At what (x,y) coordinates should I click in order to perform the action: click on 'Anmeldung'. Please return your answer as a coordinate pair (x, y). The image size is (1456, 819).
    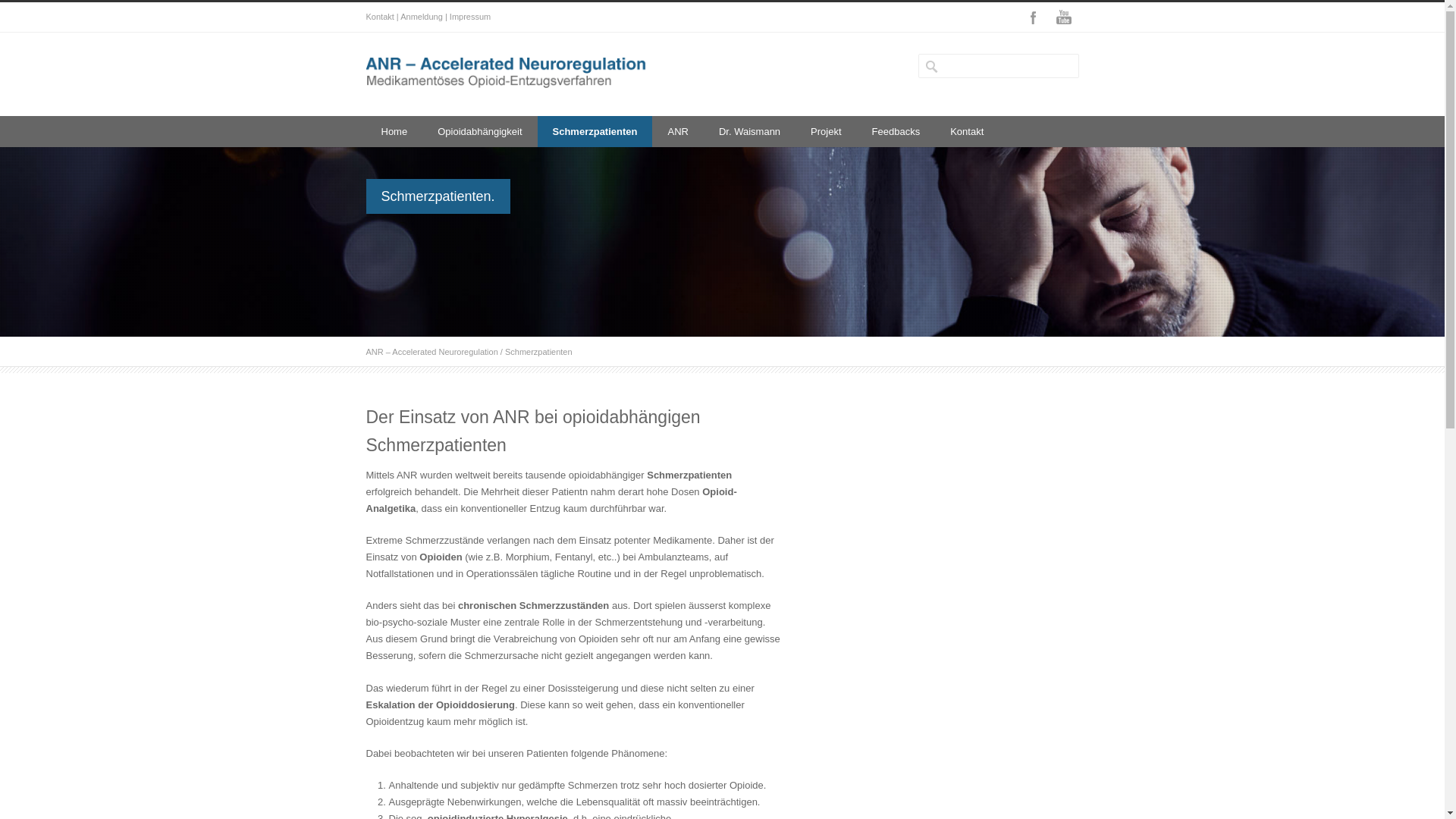
    Looking at the image, I should click on (400, 17).